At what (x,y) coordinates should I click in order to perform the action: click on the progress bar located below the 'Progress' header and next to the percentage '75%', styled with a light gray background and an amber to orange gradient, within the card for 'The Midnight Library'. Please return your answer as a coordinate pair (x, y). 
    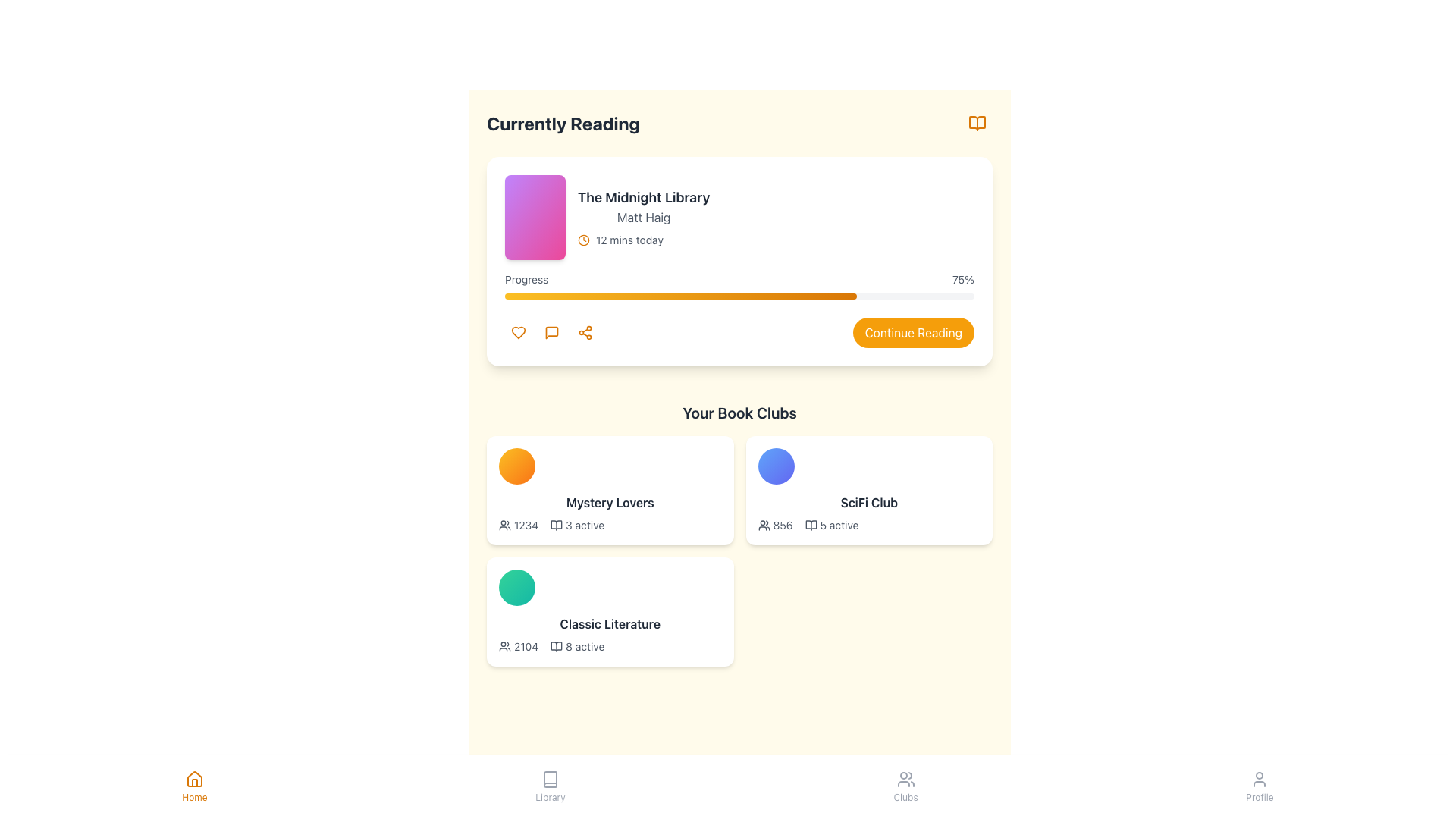
    Looking at the image, I should click on (739, 286).